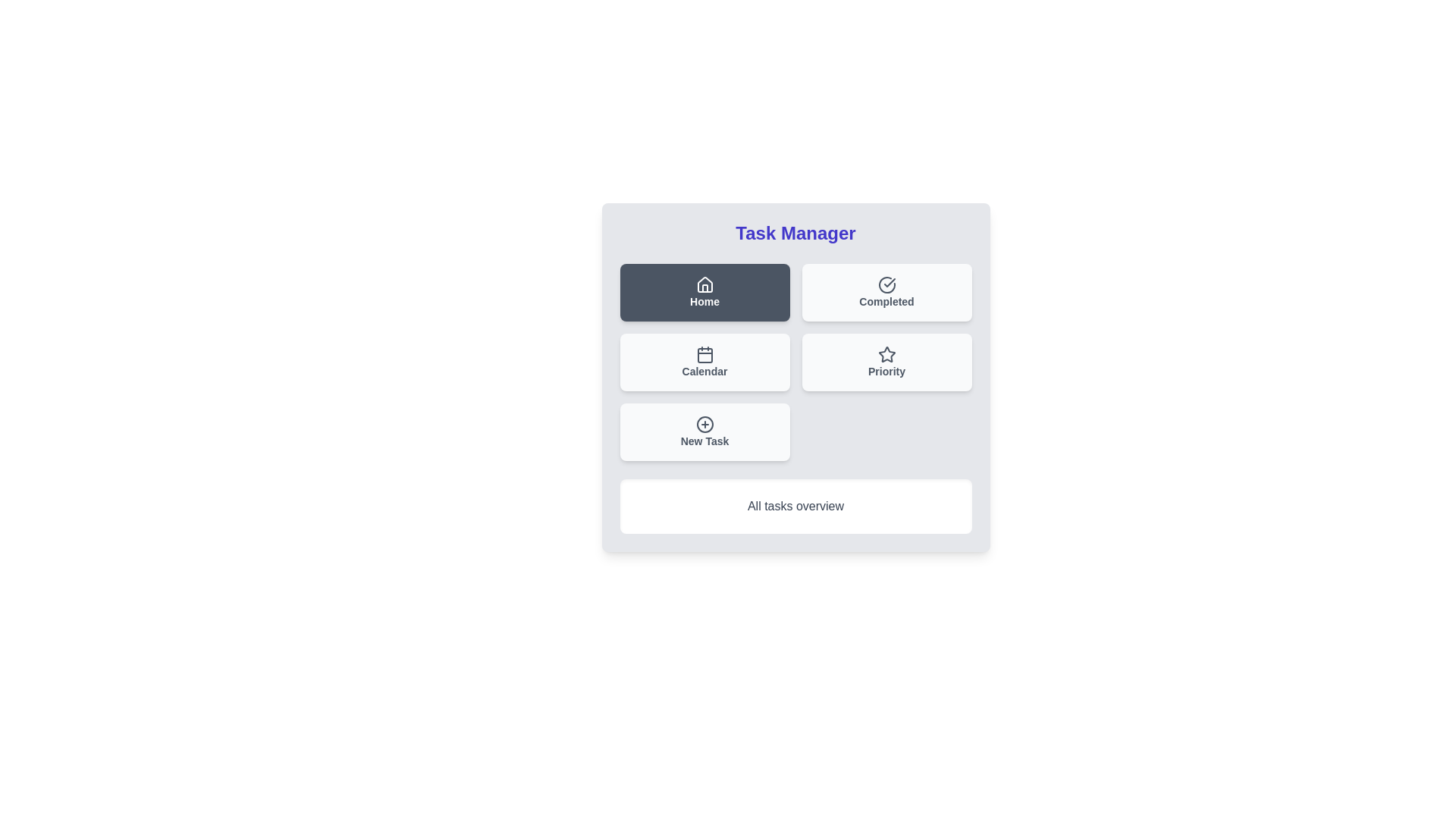 The width and height of the screenshot is (1456, 819). What do you see at coordinates (704, 371) in the screenshot?
I see `text of the label displaying 'Calendar', which is part of a button-like section with a calendar icon above it, located in the second row of the left column of the 'Task Manager' grid layout` at bounding box center [704, 371].